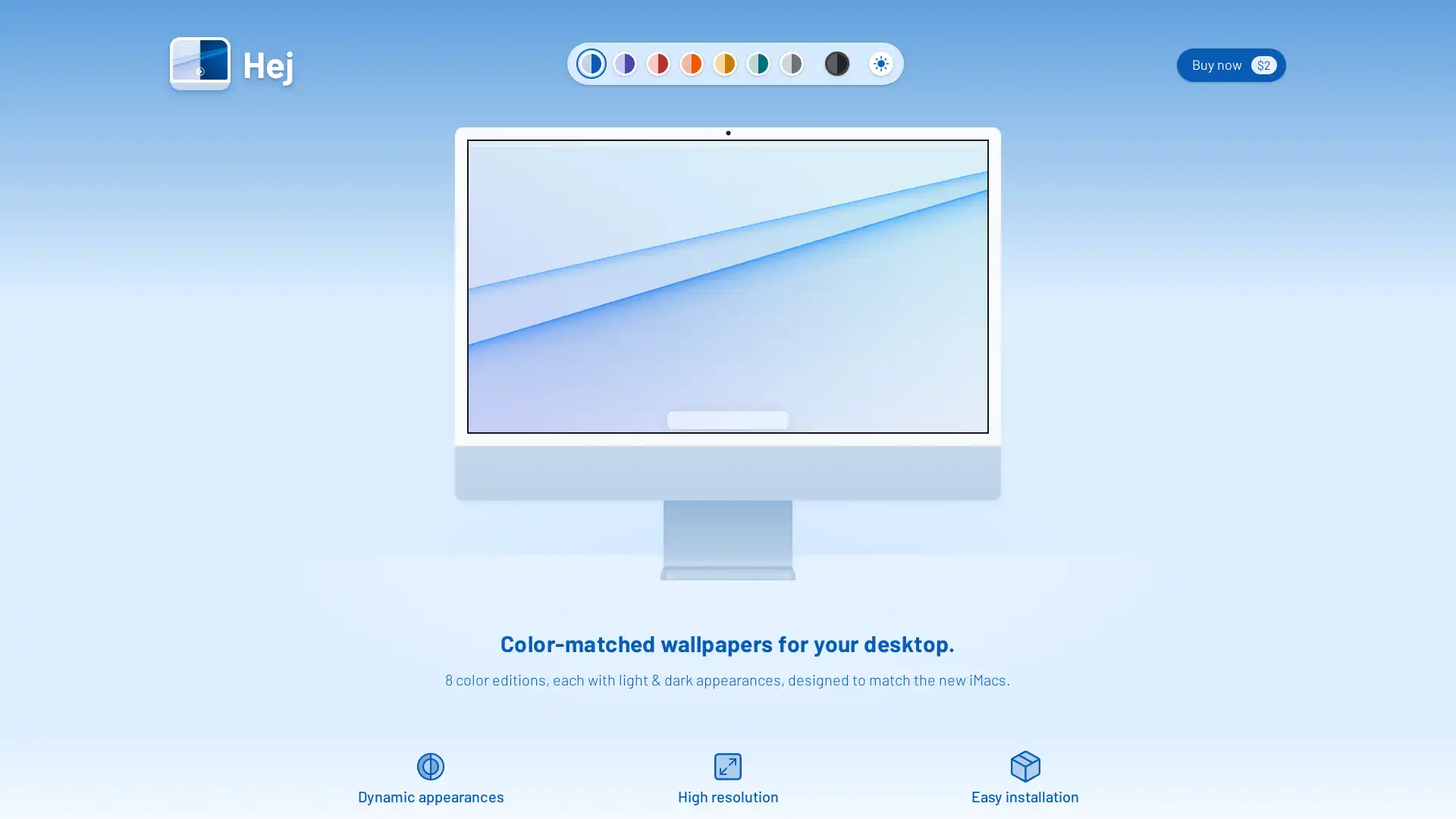 This screenshot has height=819, width=1456. Describe the element at coordinates (590, 63) in the screenshot. I see `Set theme to blue` at that location.